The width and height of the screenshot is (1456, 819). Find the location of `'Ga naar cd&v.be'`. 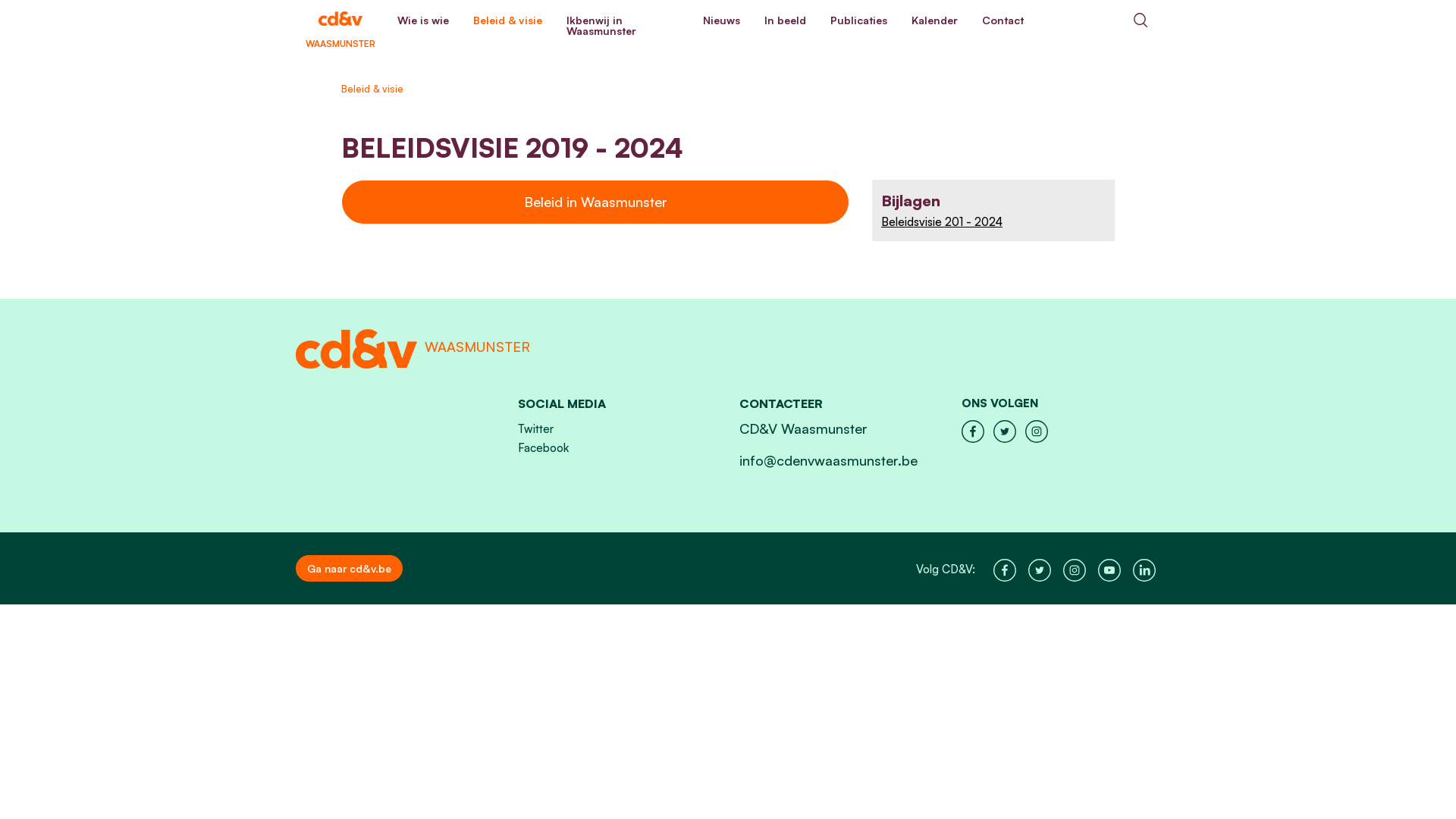

'Ga naar cd&v.be' is located at coordinates (295, 568).